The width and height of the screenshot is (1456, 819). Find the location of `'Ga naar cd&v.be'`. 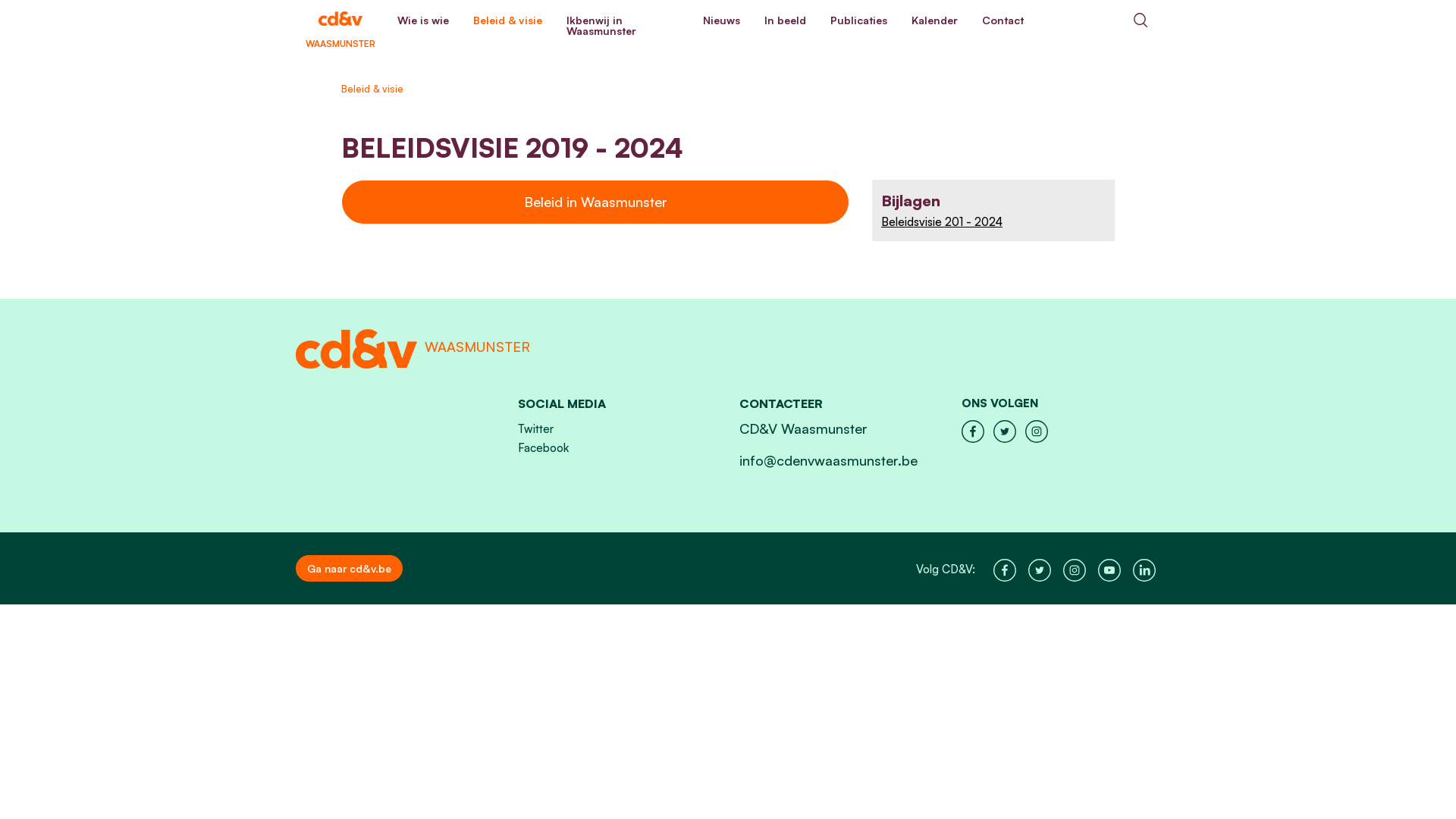

'Ga naar cd&v.be' is located at coordinates (295, 568).